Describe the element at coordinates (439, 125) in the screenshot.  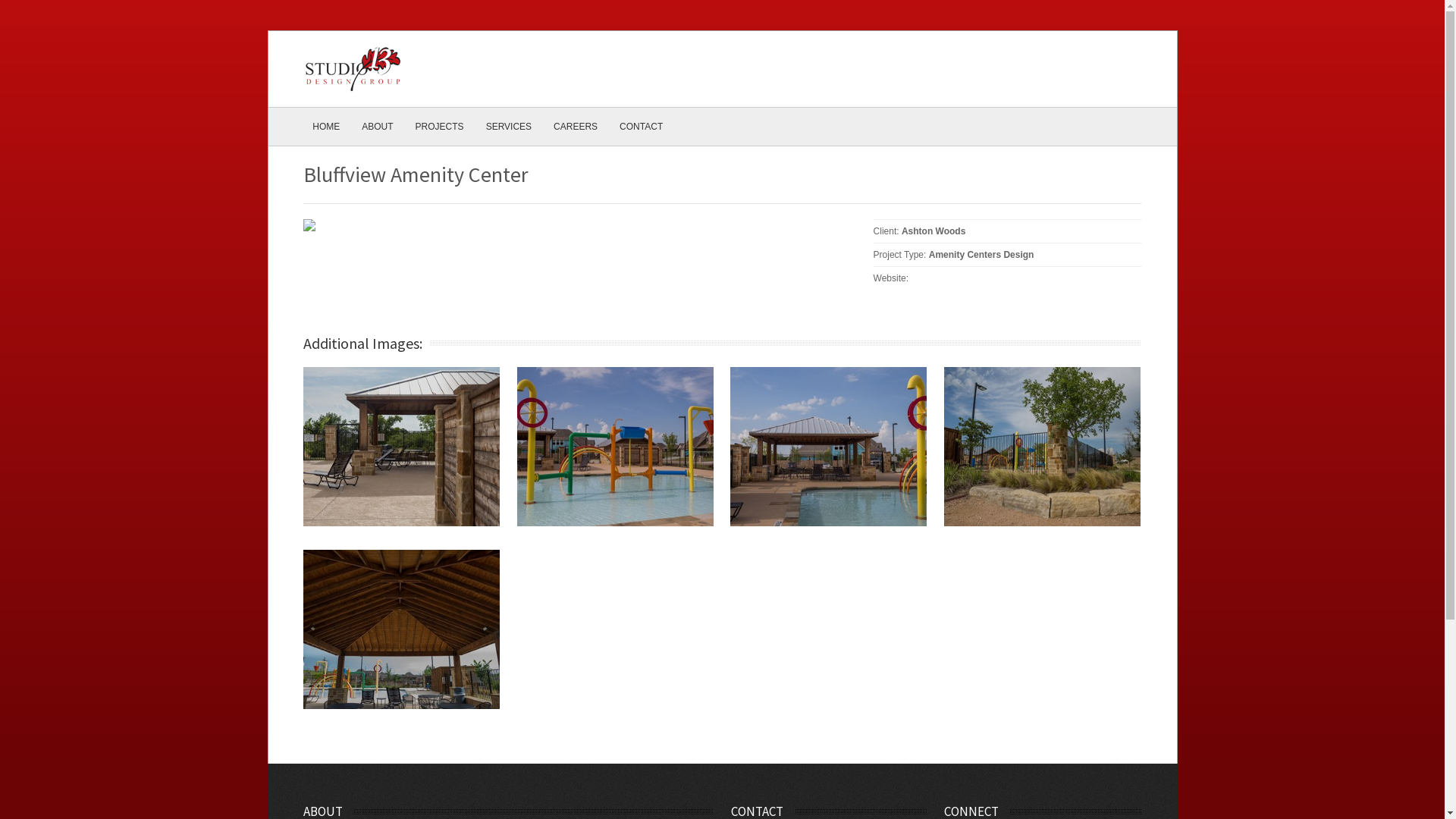
I see `'PROJECTS'` at that location.